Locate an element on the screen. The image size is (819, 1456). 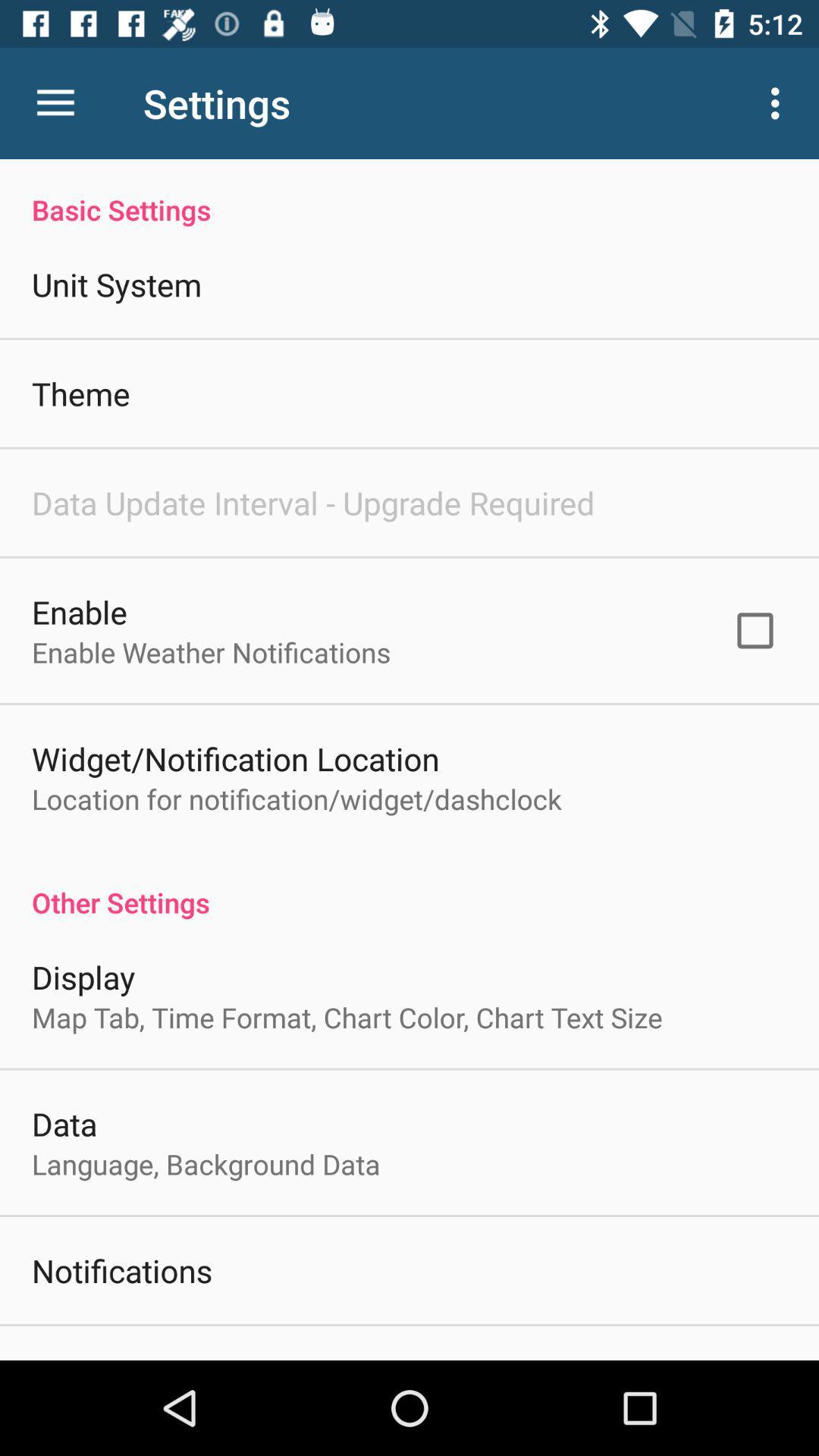
item above data update interval icon is located at coordinates (80, 393).